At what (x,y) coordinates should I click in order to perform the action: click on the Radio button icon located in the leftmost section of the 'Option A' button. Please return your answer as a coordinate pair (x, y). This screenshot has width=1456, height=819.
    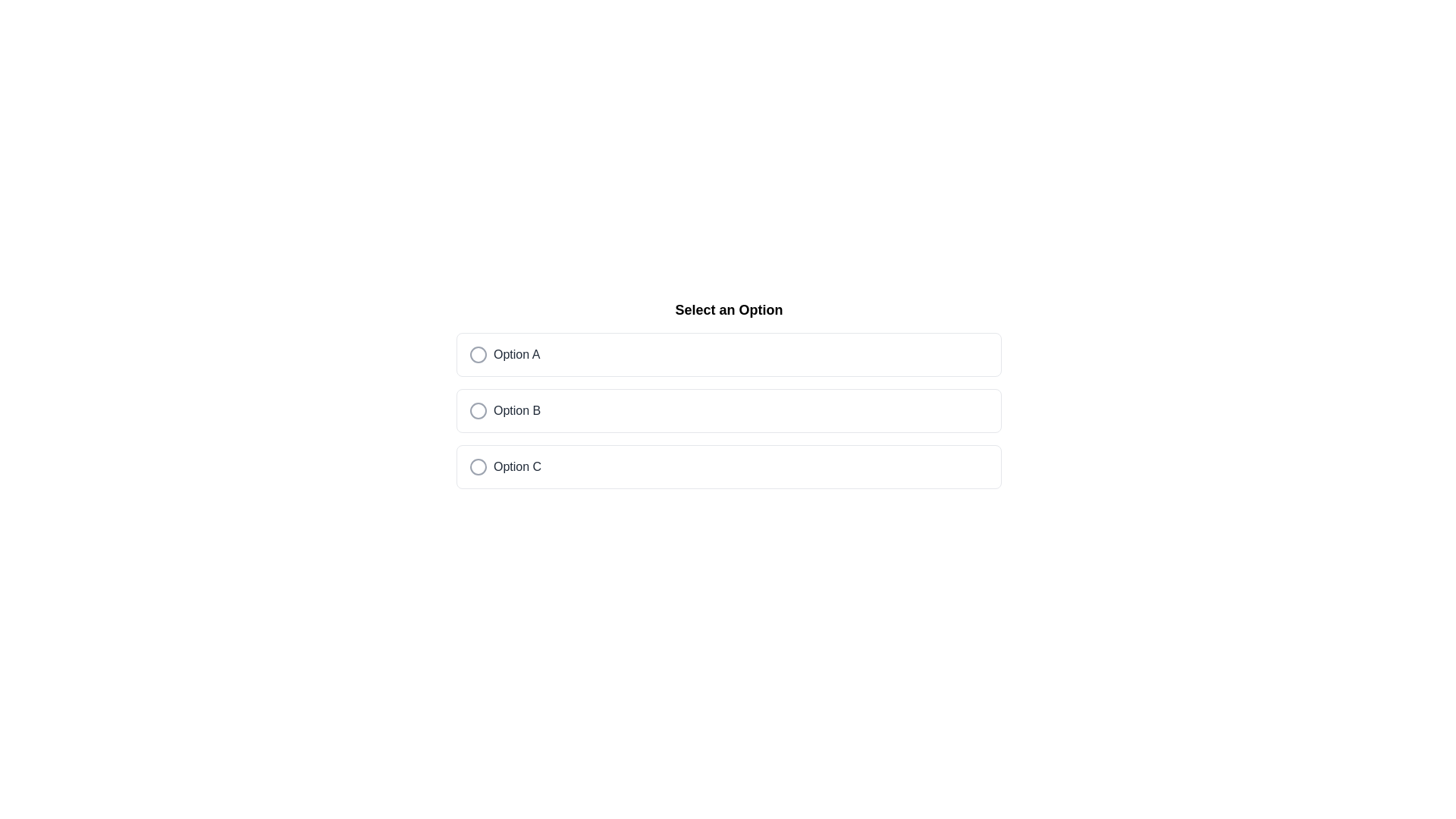
    Looking at the image, I should click on (477, 354).